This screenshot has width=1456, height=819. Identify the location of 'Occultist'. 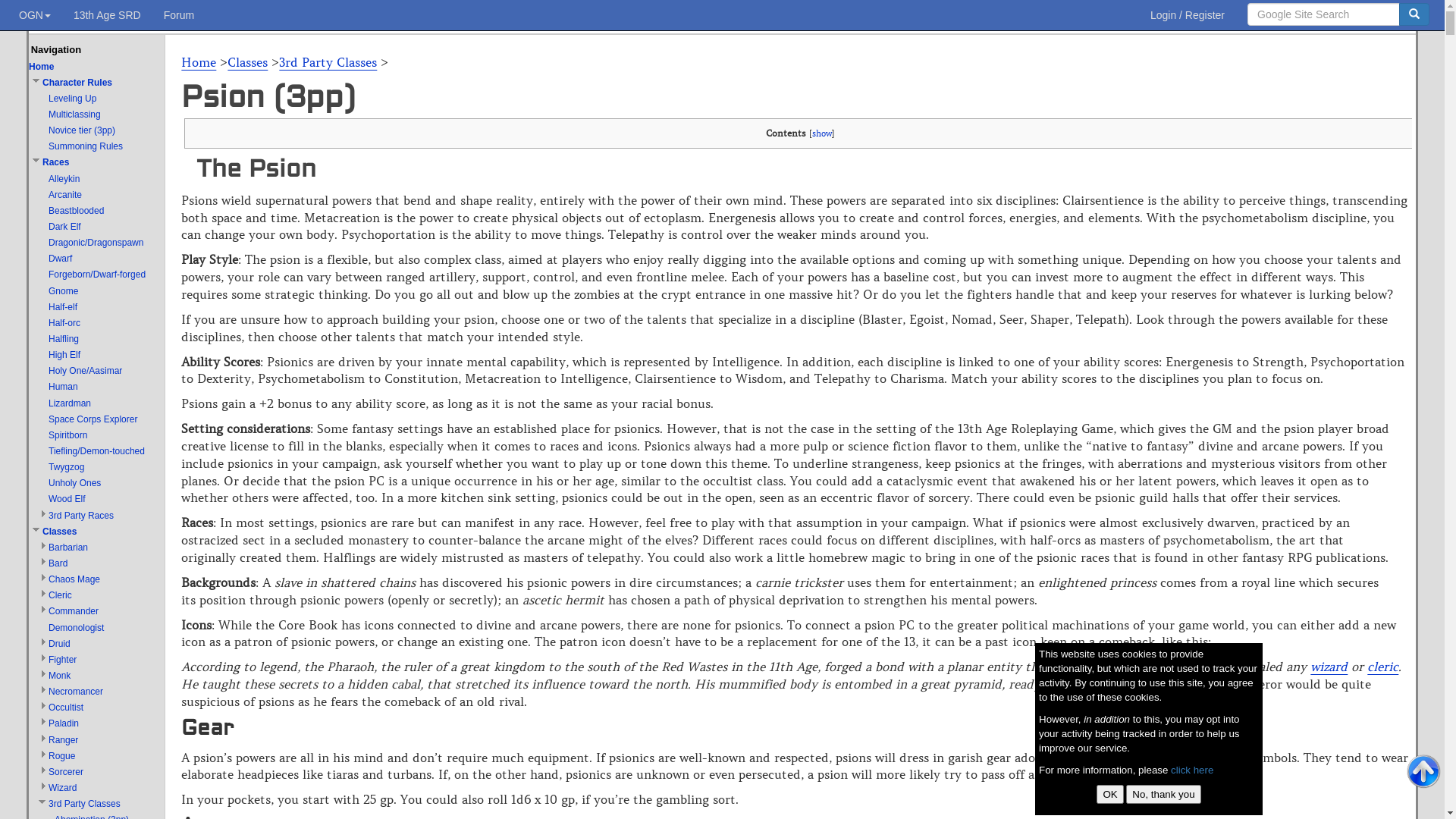
(64, 708).